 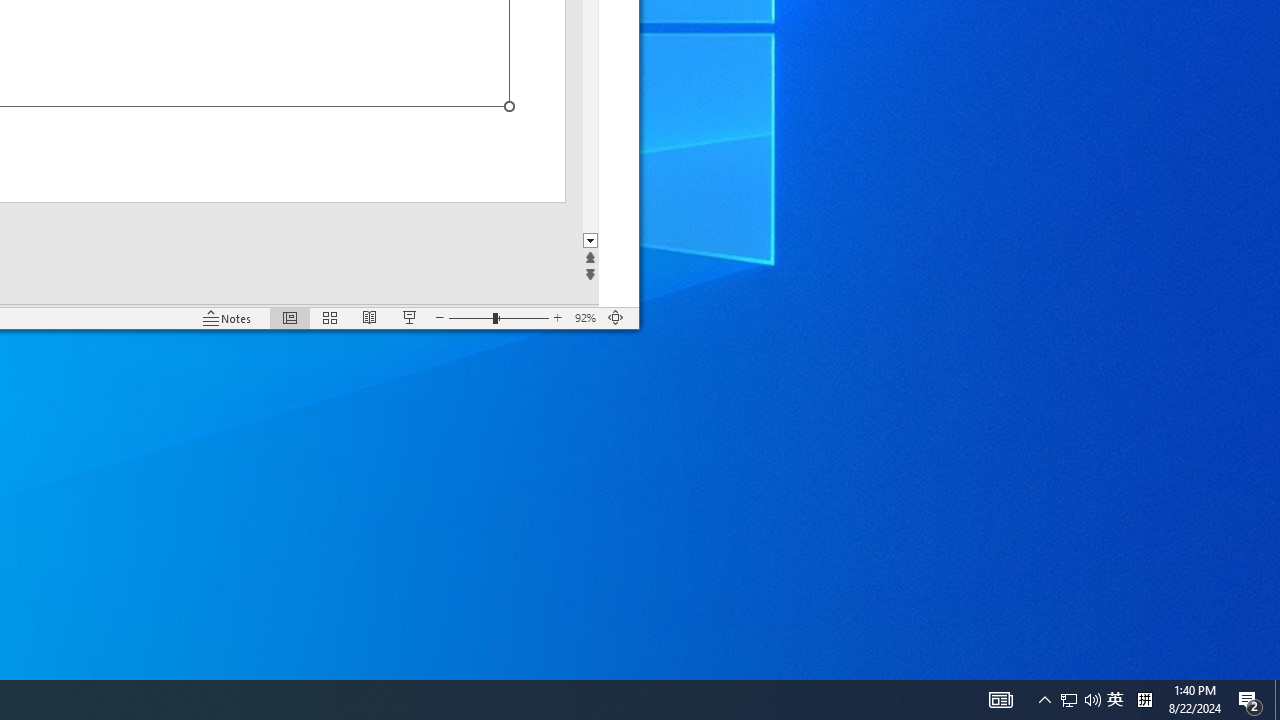 What do you see at coordinates (584, 317) in the screenshot?
I see `'Zoom 92%'` at bounding box center [584, 317].